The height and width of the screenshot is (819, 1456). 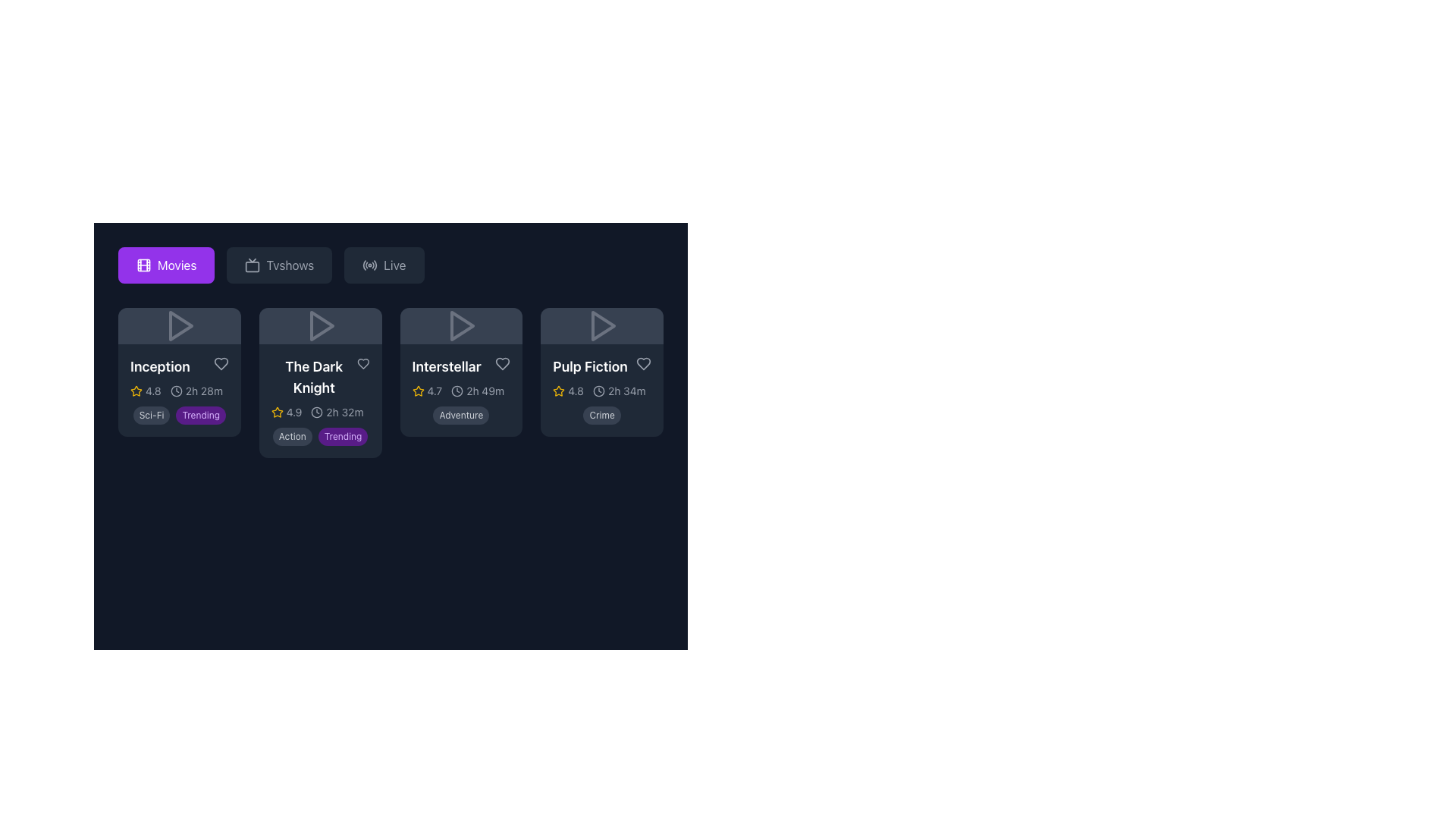 I want to click on the 'Live' icon located in the button group at the top-right corner of the interface, adjacent to the 'Tvshows' button, so click(x=370, y=265).